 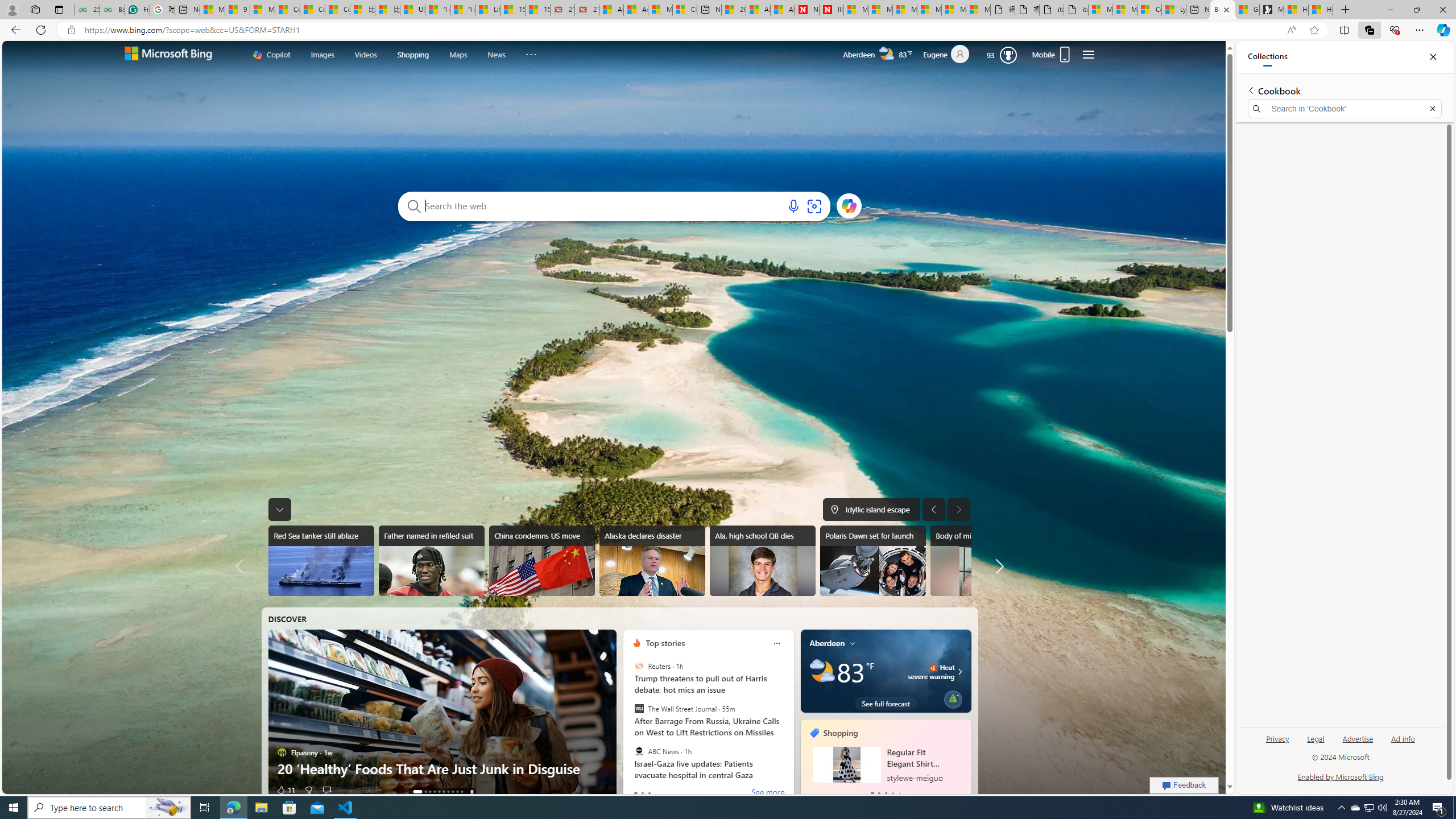 I want to click on 'Eugene', so click(x=950, y=54).